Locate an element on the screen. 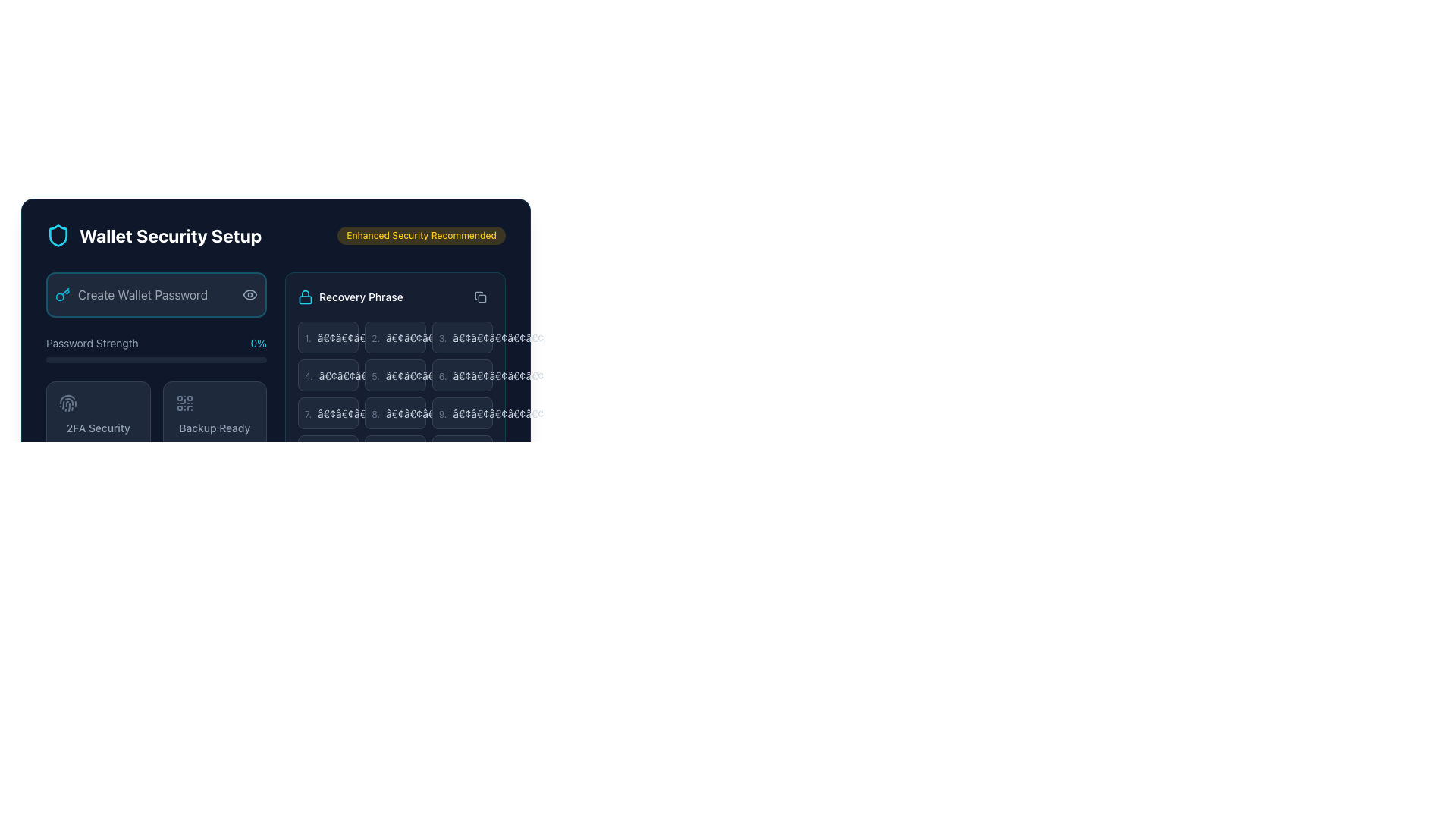 This screenshot has width=1456, height=819. the Static text element consisting of a string of dots, which is located to the right of the numeric identifier '2.' within the box labeled 'Recovery Phrase' is located at coordinates (431, 337).